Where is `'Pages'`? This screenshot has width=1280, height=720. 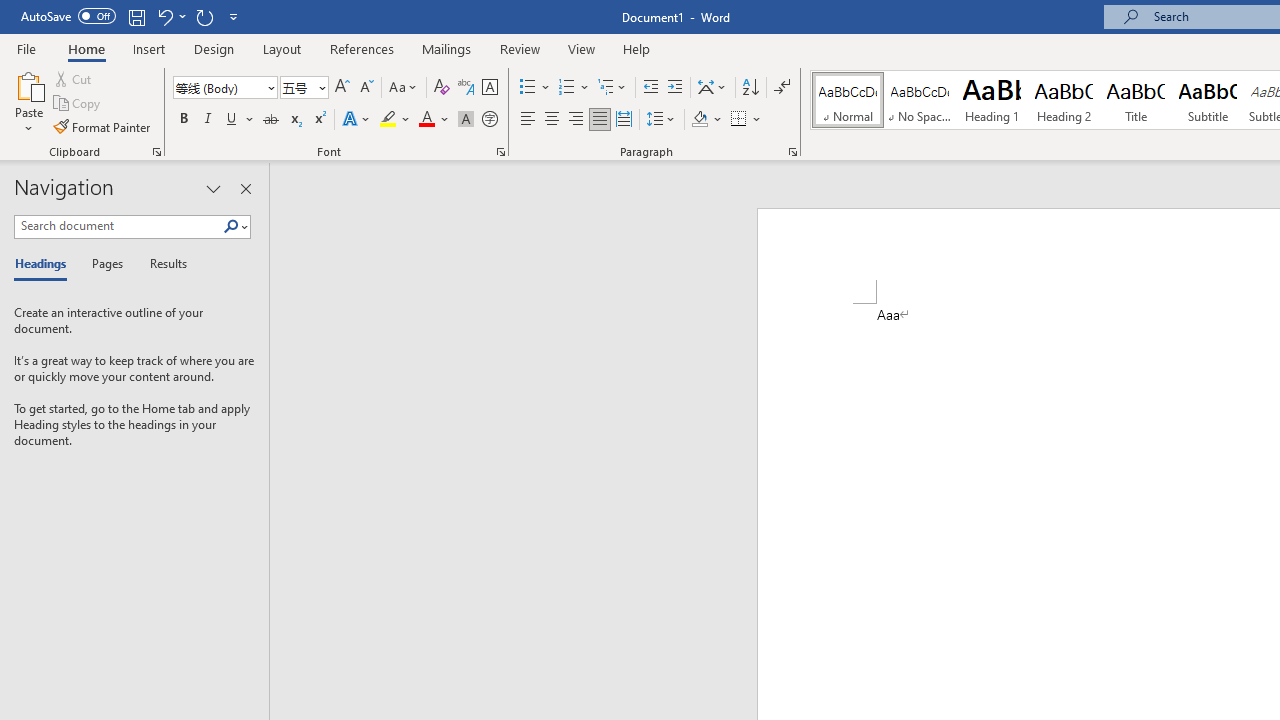
'Pages' is located at coordinates (104, 264).